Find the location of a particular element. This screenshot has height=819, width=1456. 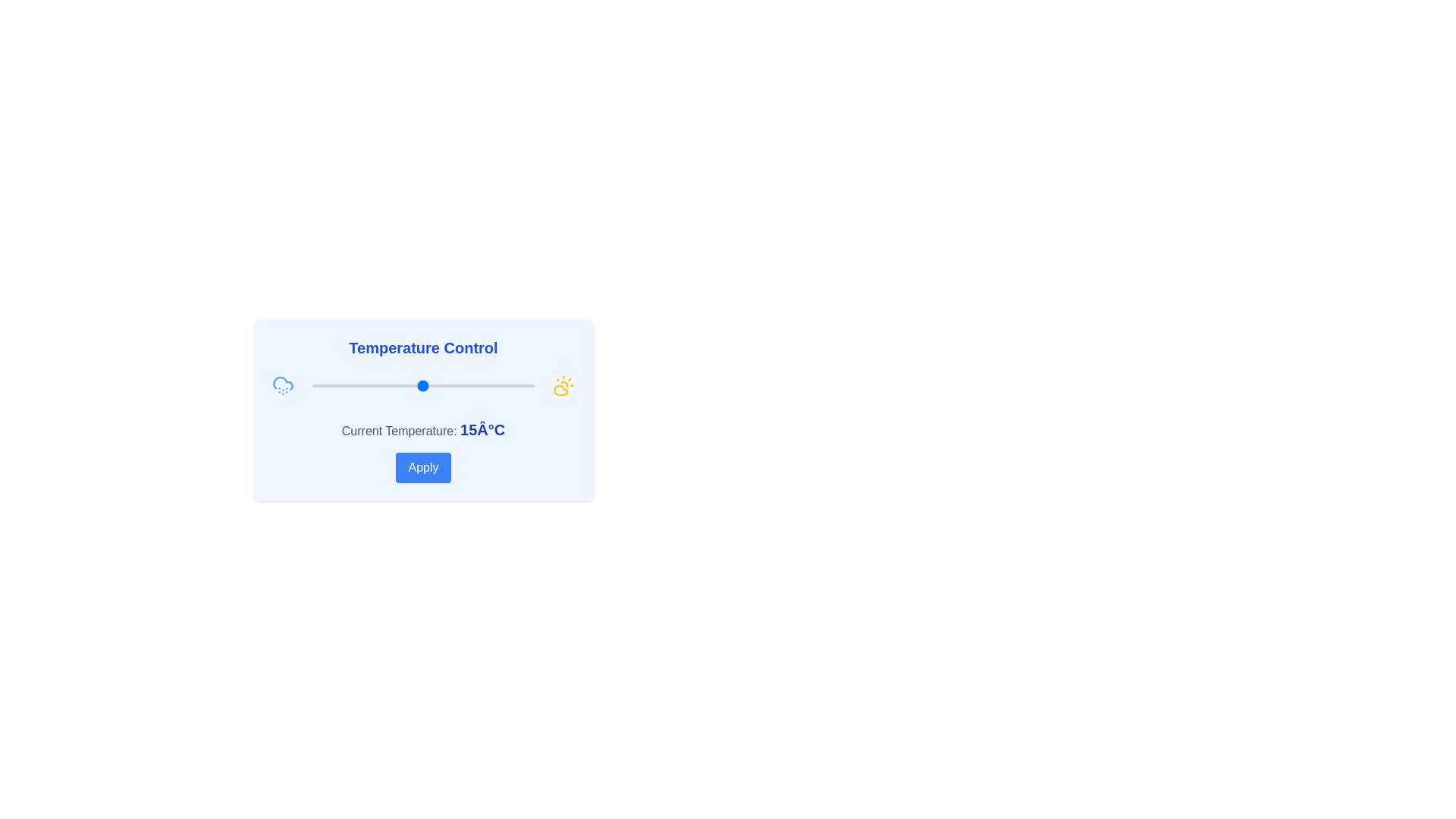

the CloudSun icon to select the corresponding weather state is located at coordinates (563, 385).